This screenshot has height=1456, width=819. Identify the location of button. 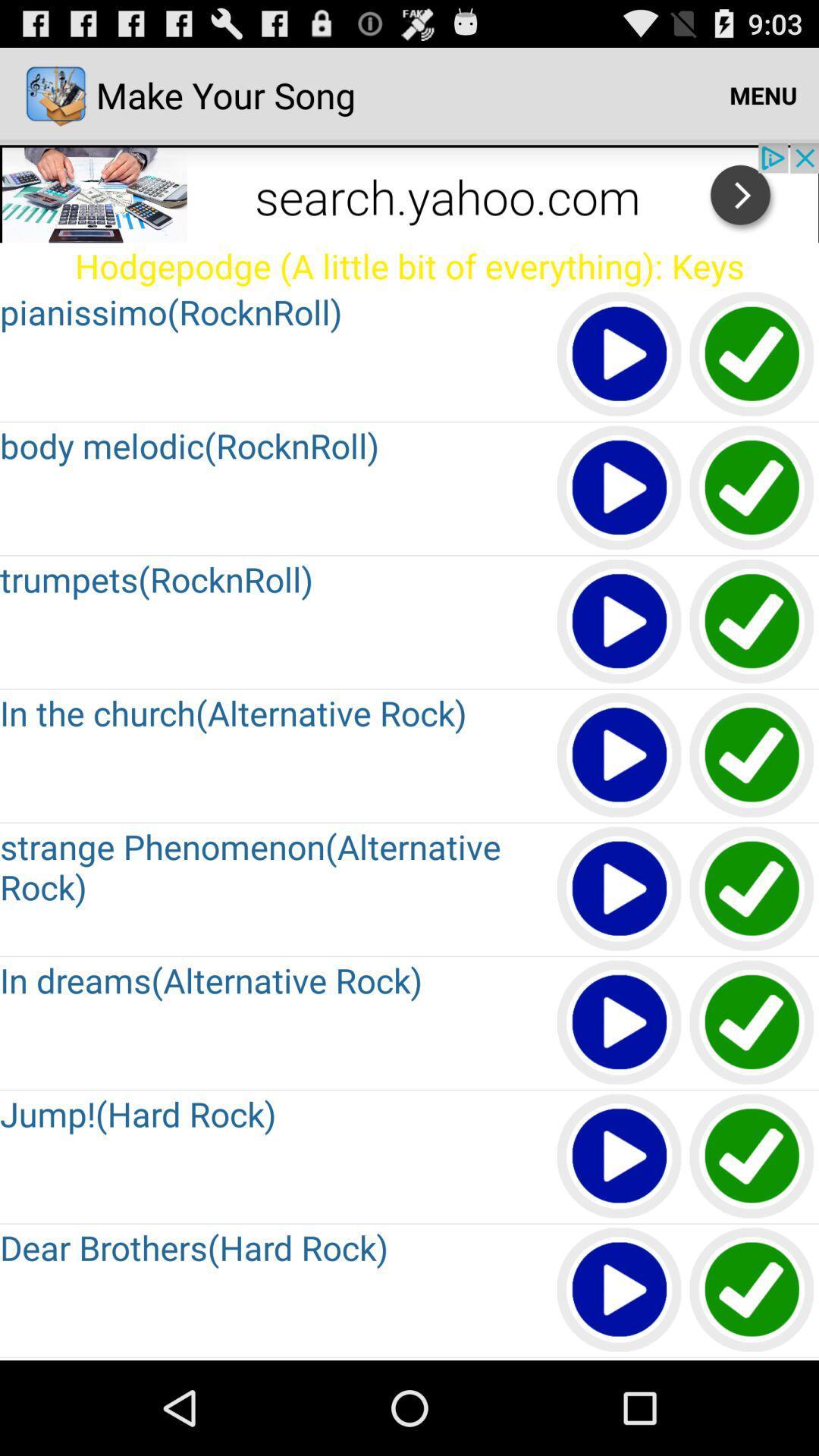
(620, 1359).